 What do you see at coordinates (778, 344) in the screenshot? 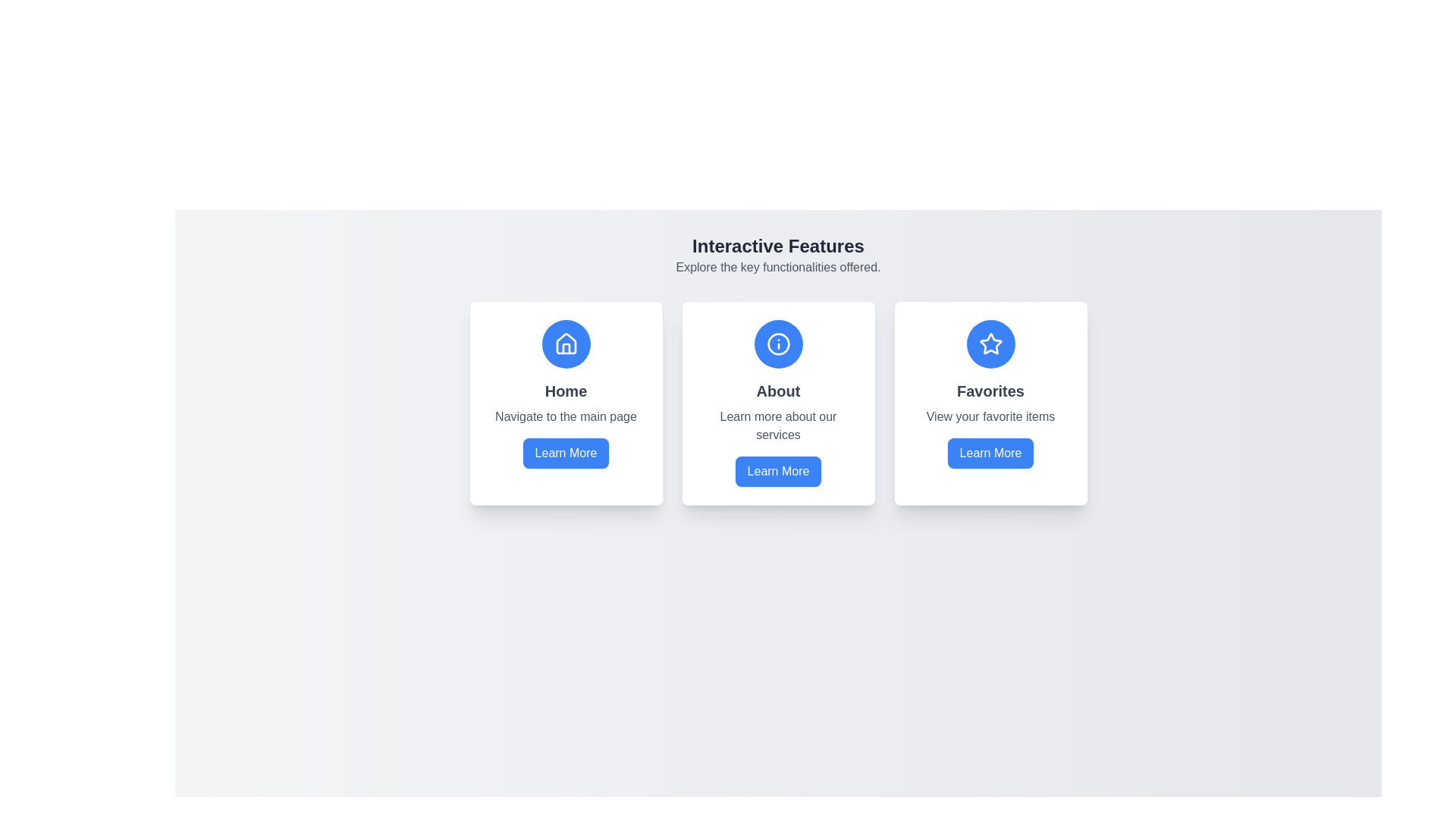
I see `the circular 'info' icon with a blue background and white stroke, located at the center of the 'About' card, the second card in a horizontally aligned group of three` at bounding box center [778, 344].